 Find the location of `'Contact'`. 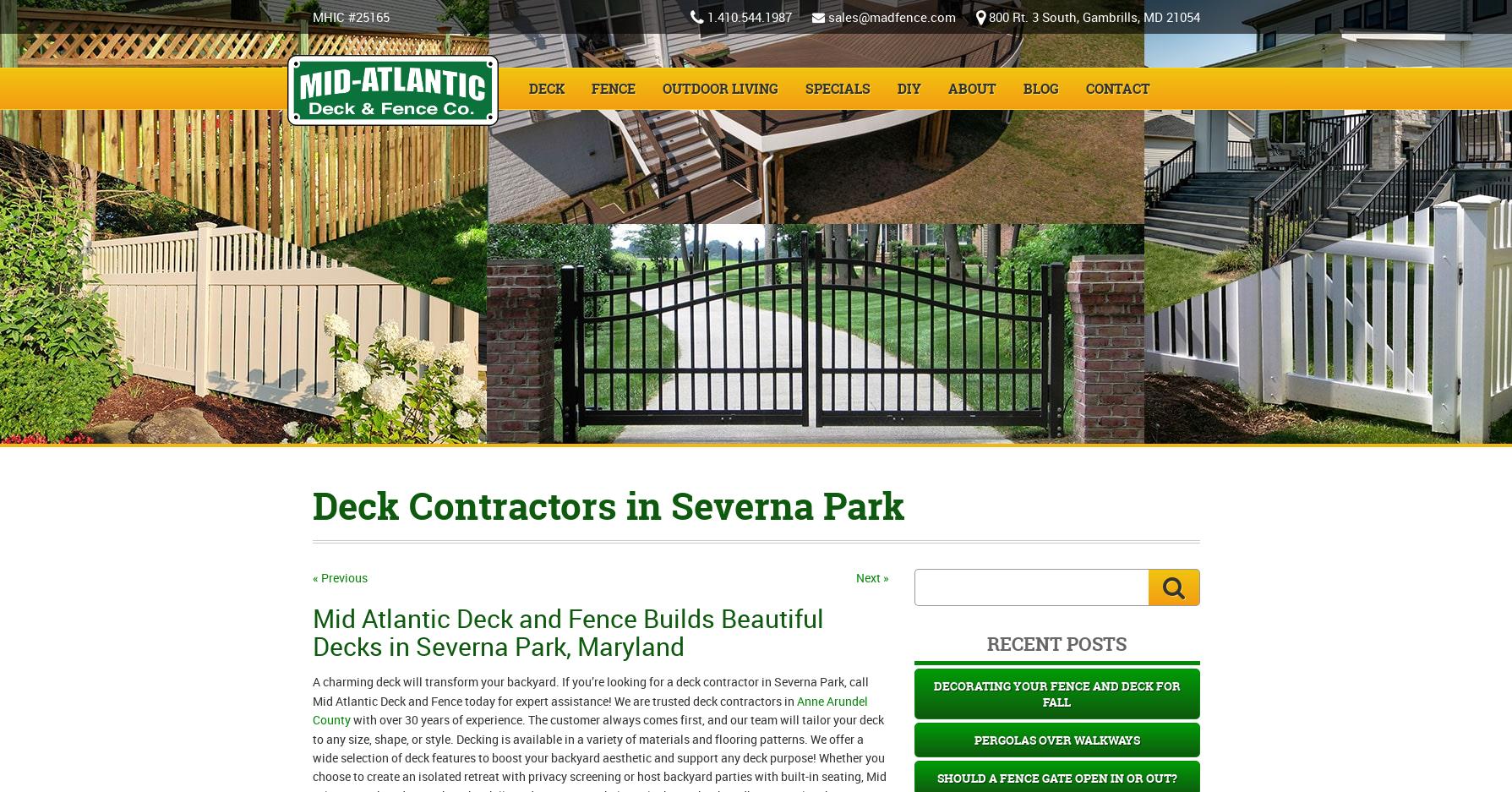

'Contact' is located at coordinates (1117, 88).